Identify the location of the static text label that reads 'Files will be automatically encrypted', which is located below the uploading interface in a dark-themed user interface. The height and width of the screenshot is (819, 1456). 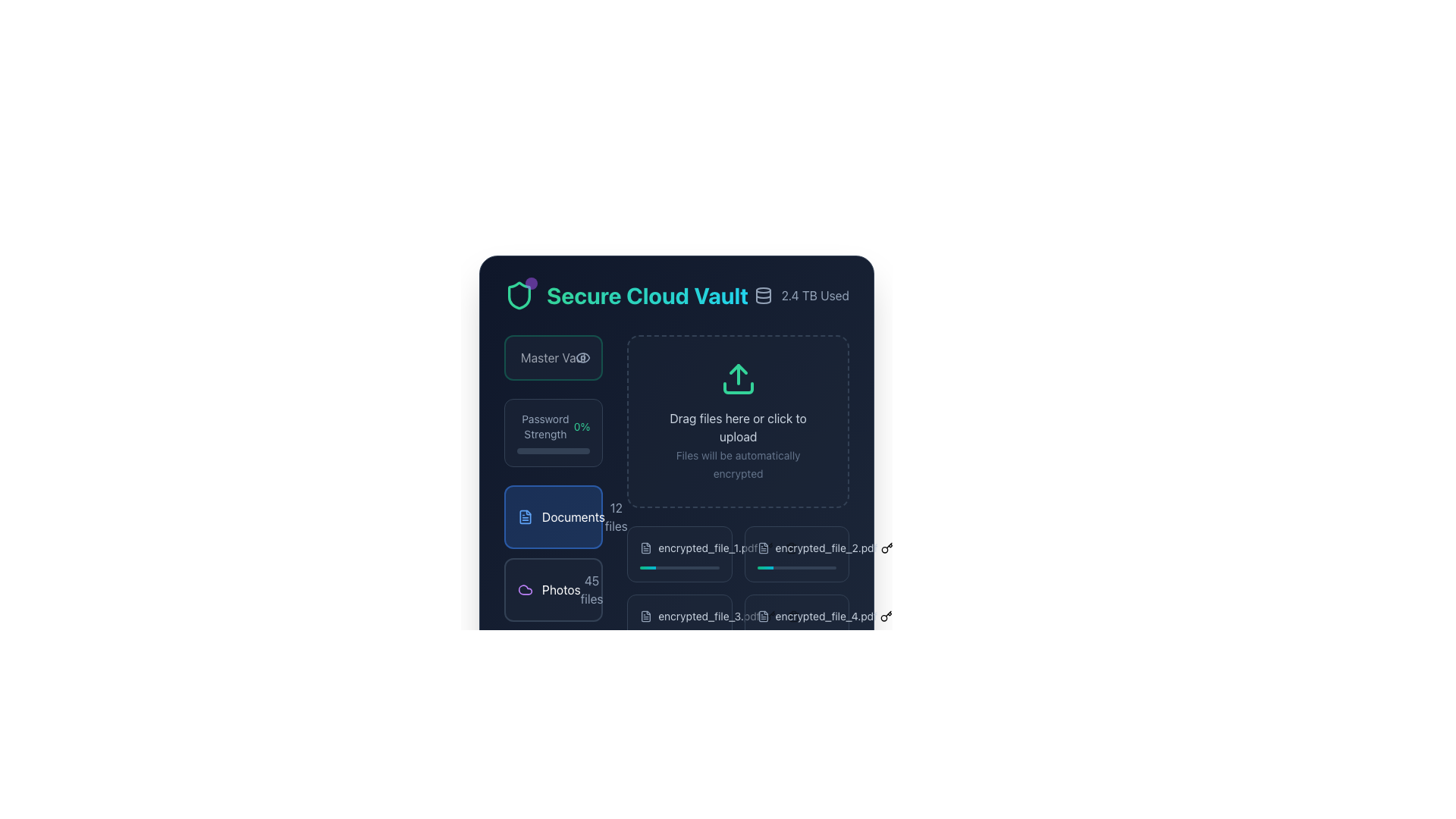
(738, 463).